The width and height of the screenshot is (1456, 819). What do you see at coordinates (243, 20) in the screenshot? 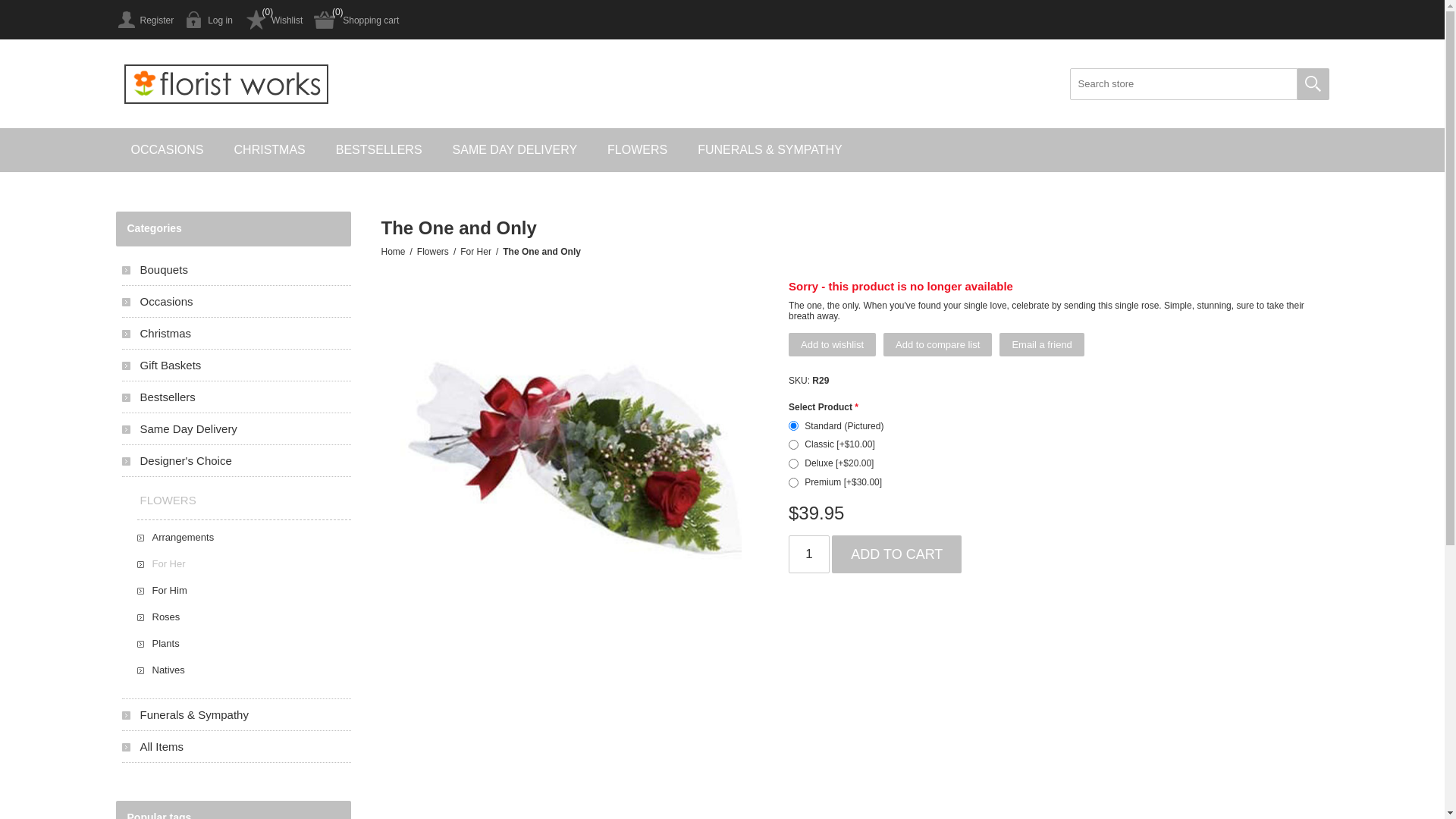
I see `'Wishlist'` at bounding box center [243, 20].